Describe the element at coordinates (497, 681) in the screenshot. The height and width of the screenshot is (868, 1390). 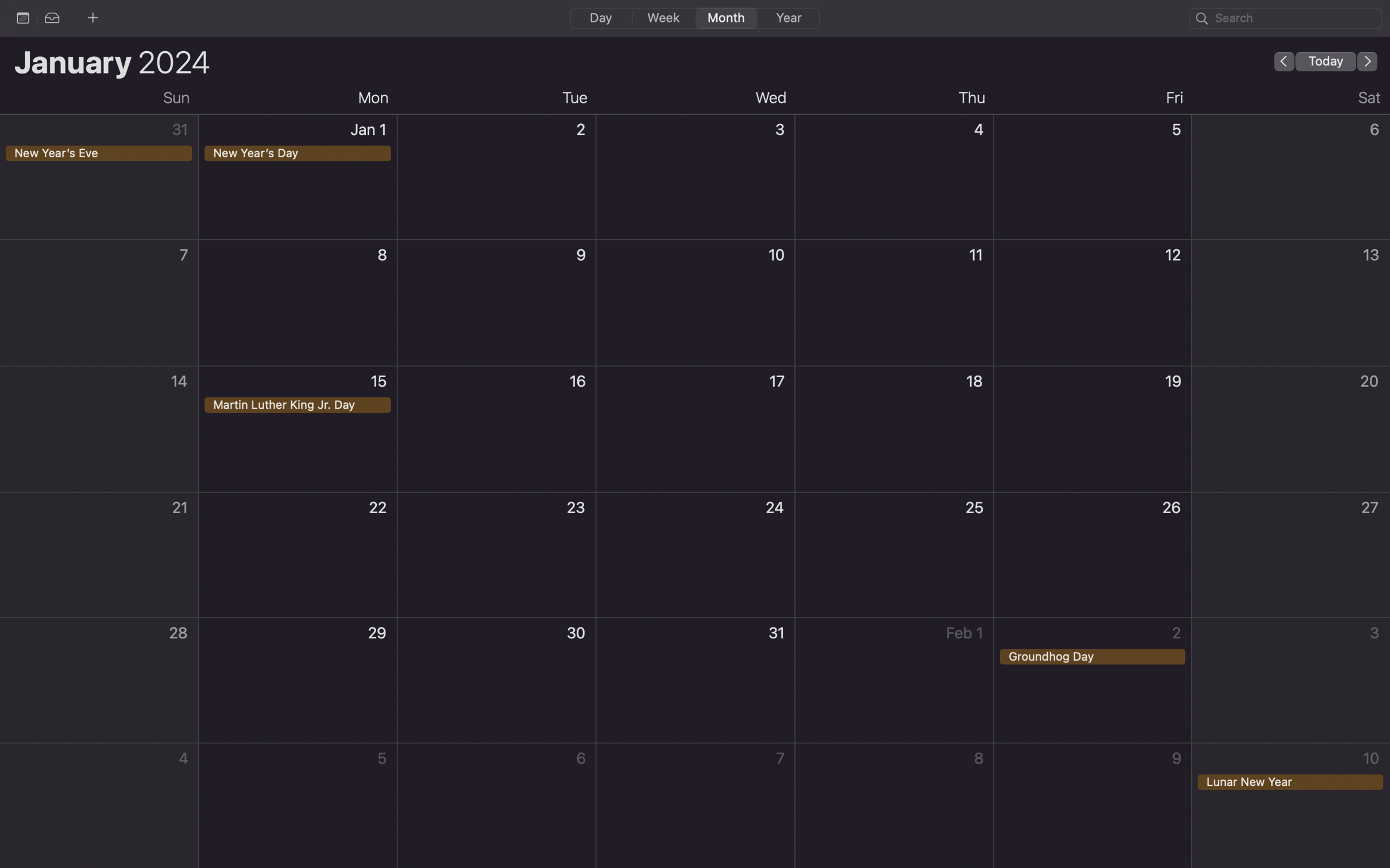
I see `Start the process to arrange an event on 30th of the month` at that location.